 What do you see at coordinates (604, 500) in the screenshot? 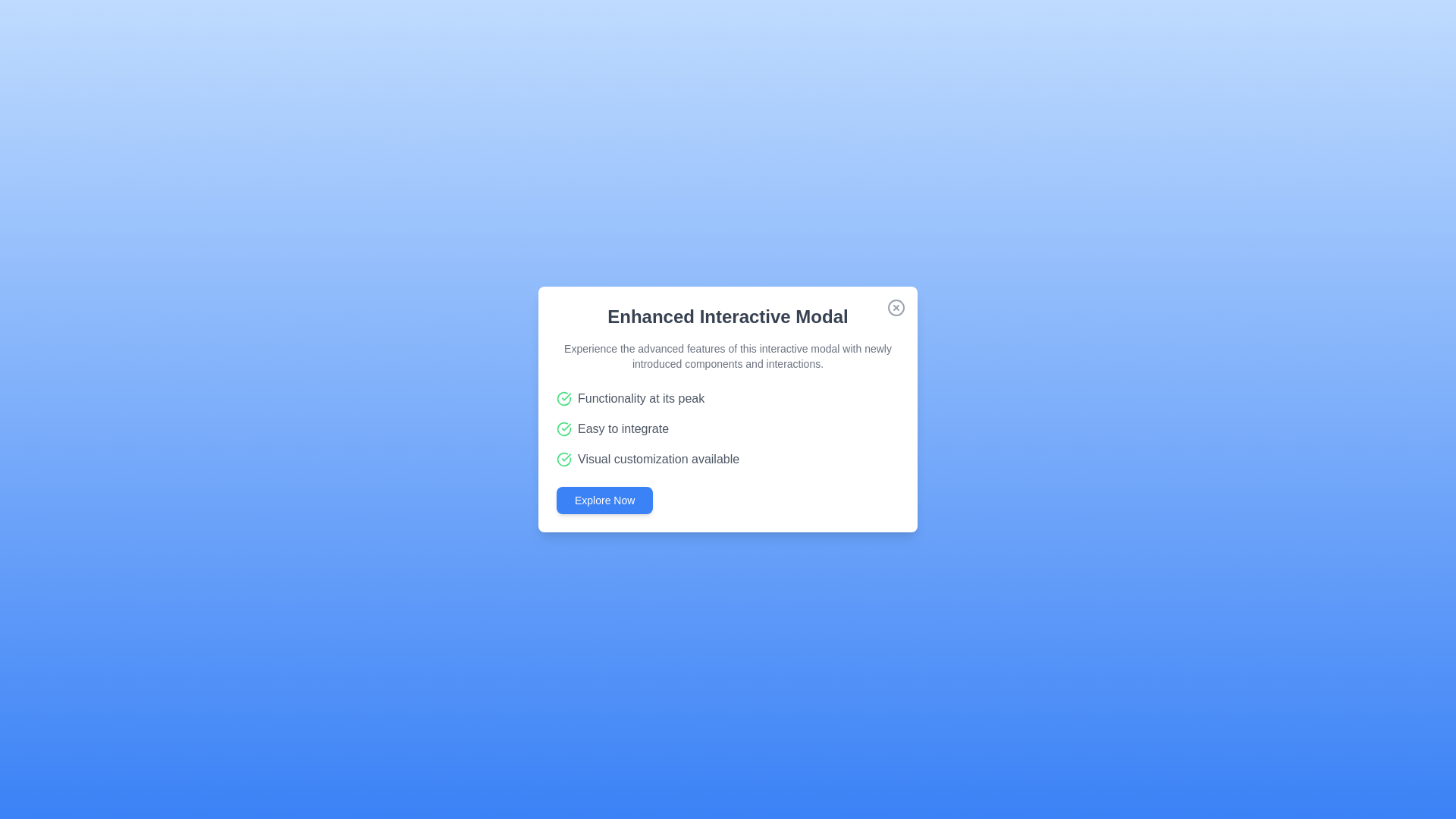
I see `the central button located at the bottom of the modal dialog` at bounding box center [604, 500].